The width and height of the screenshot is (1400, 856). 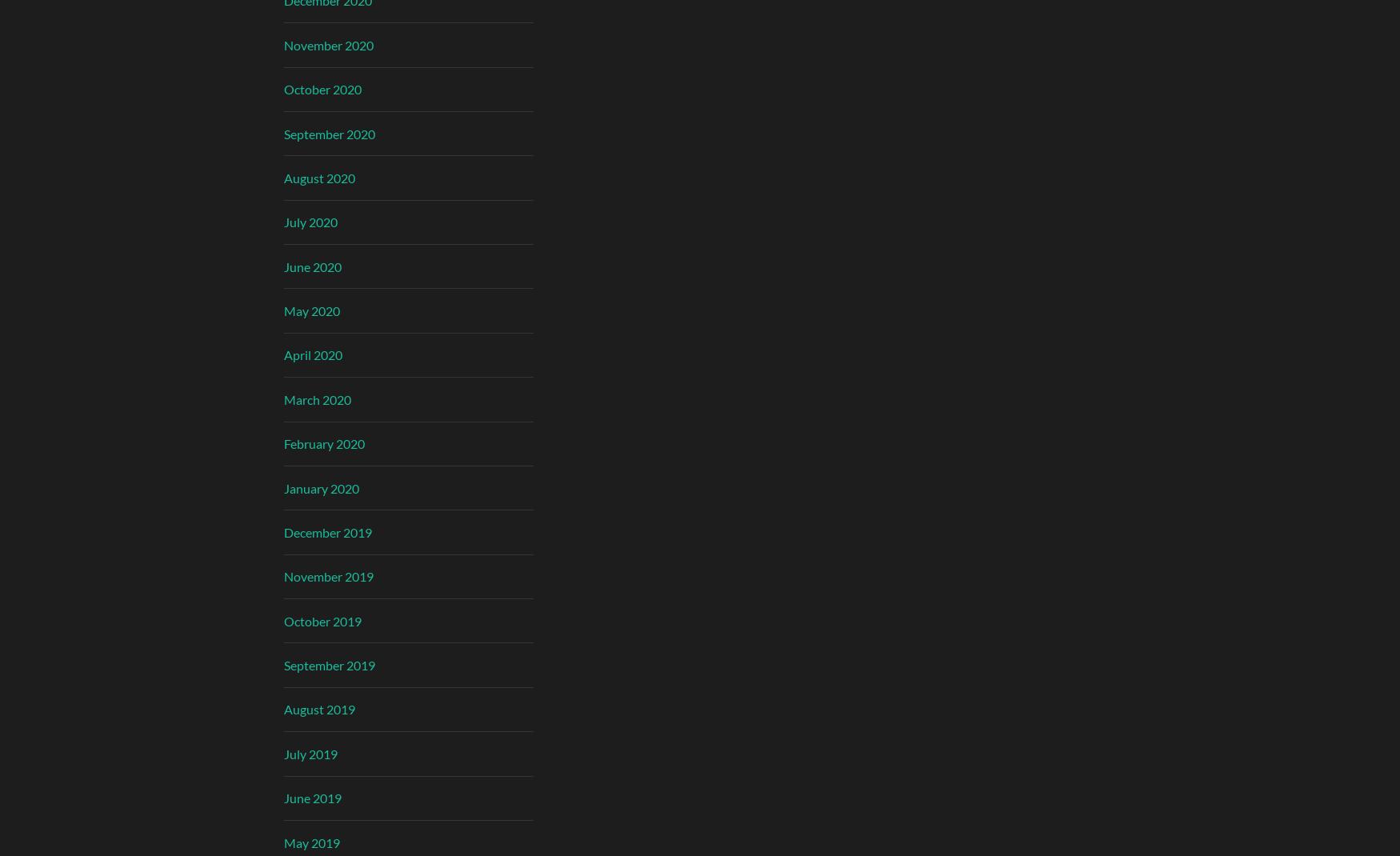 What do you see at coordinates (328, 665) in the screenshot?
I see `'September 2019'` at bounding box center [328, 665].